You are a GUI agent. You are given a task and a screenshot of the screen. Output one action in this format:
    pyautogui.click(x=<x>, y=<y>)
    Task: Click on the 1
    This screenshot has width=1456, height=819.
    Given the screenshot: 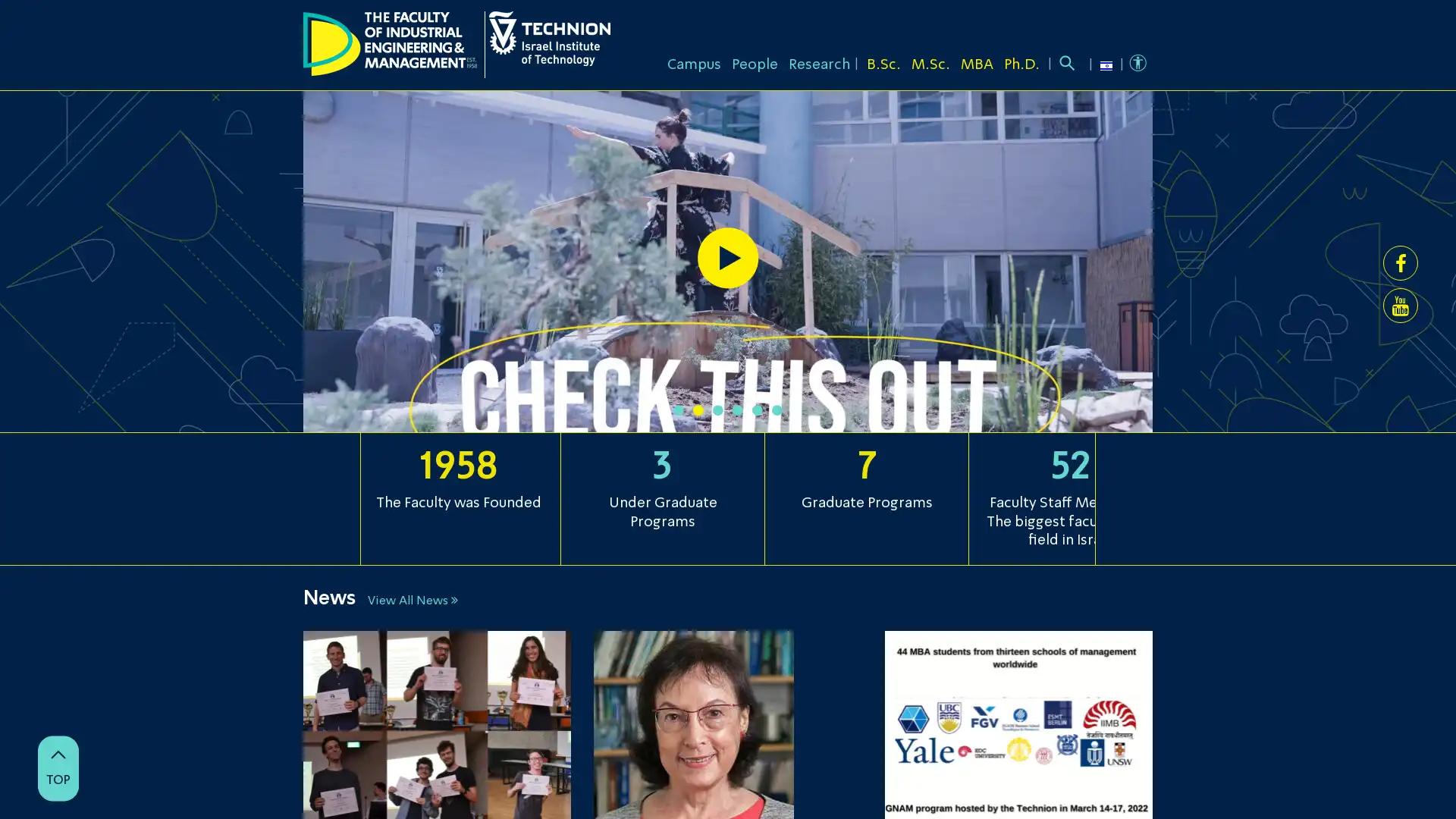 What is the action you would take?
    pyautogui.click(x=677, y=409)
    